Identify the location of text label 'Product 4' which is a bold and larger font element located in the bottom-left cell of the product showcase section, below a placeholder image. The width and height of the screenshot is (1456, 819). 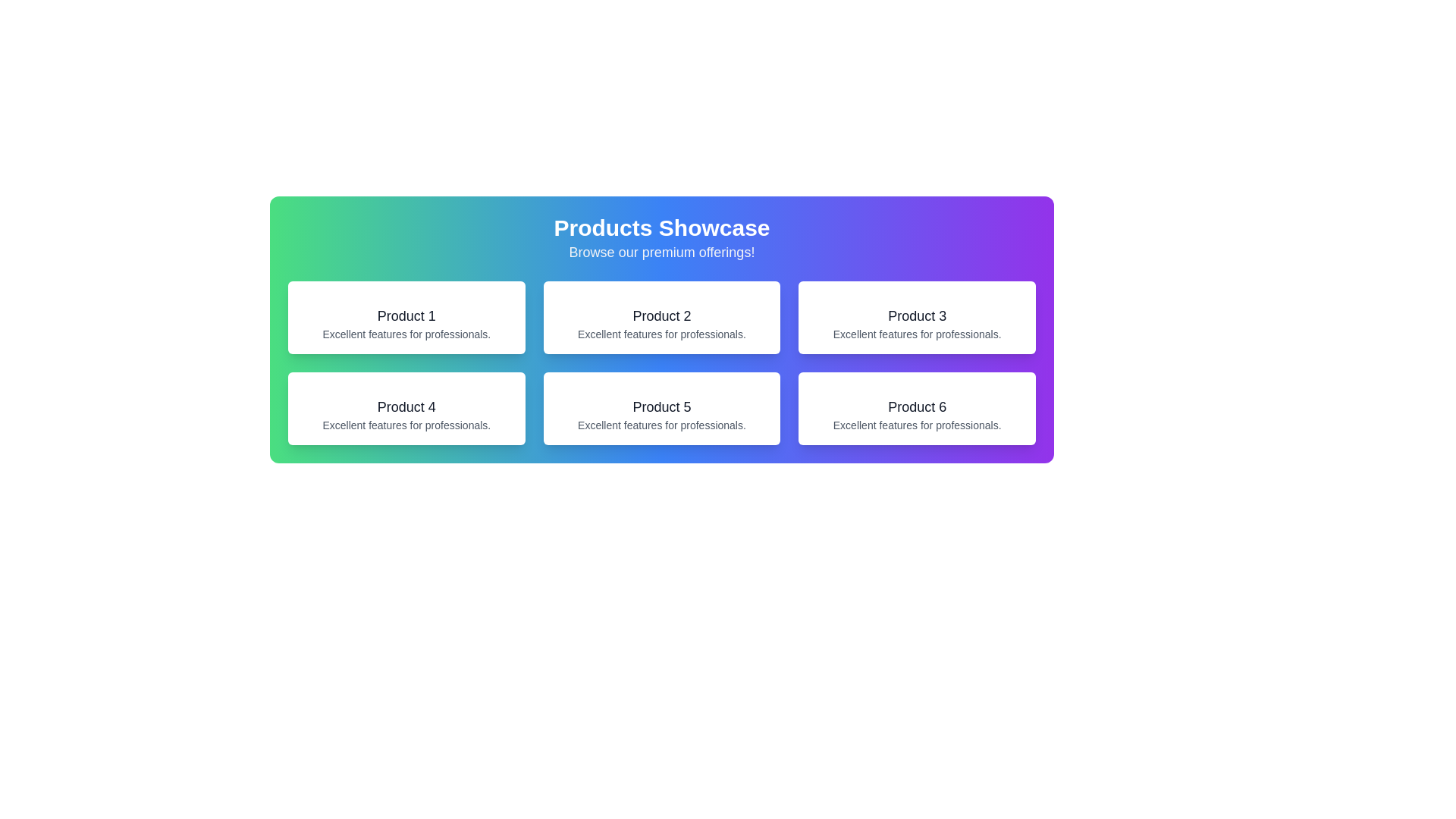
(406, 406).